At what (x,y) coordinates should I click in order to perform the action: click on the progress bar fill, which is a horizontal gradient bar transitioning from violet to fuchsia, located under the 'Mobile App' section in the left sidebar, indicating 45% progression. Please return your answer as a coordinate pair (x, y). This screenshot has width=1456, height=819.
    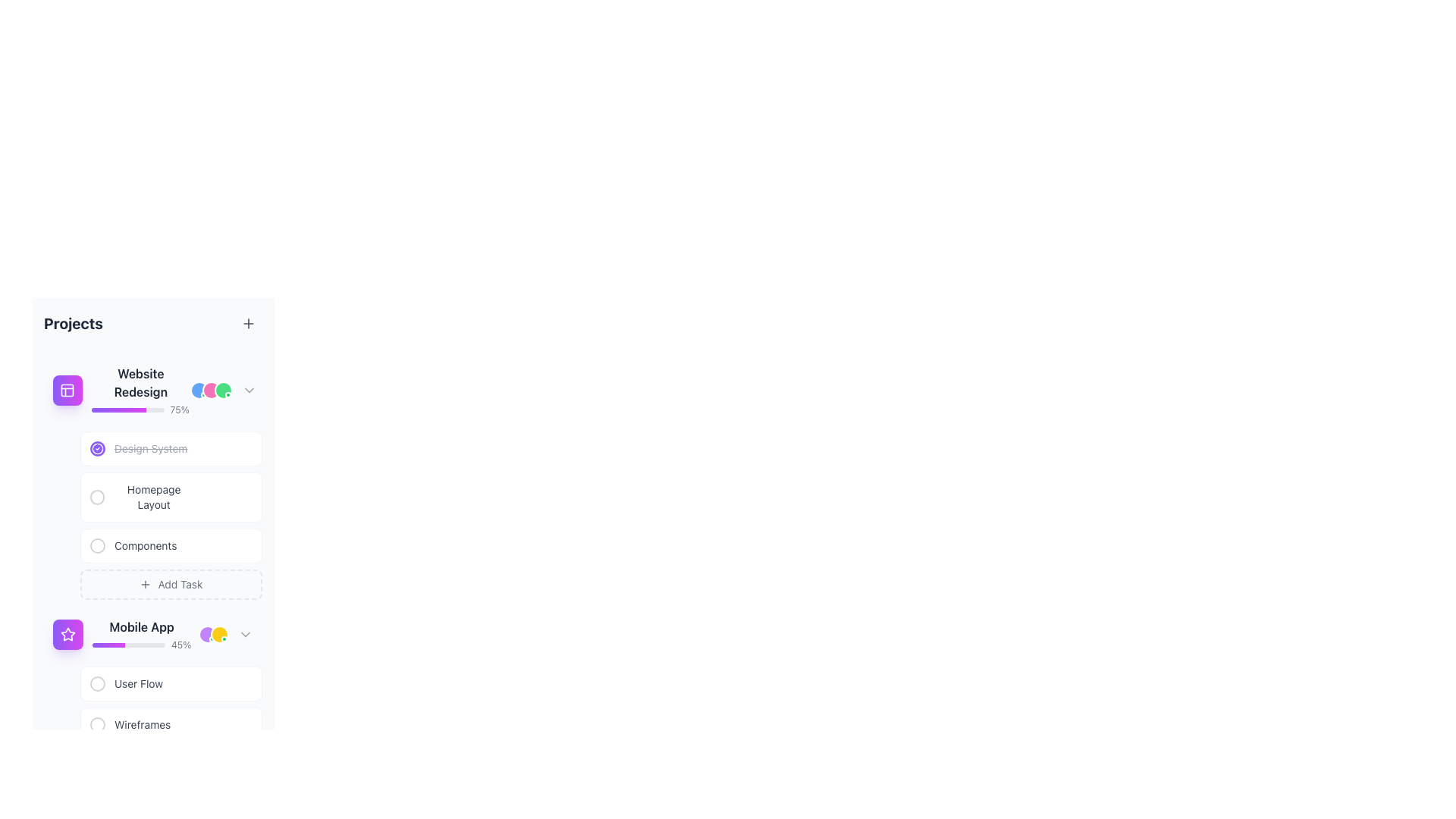
    Looking at the image, I should click on (108, 645).